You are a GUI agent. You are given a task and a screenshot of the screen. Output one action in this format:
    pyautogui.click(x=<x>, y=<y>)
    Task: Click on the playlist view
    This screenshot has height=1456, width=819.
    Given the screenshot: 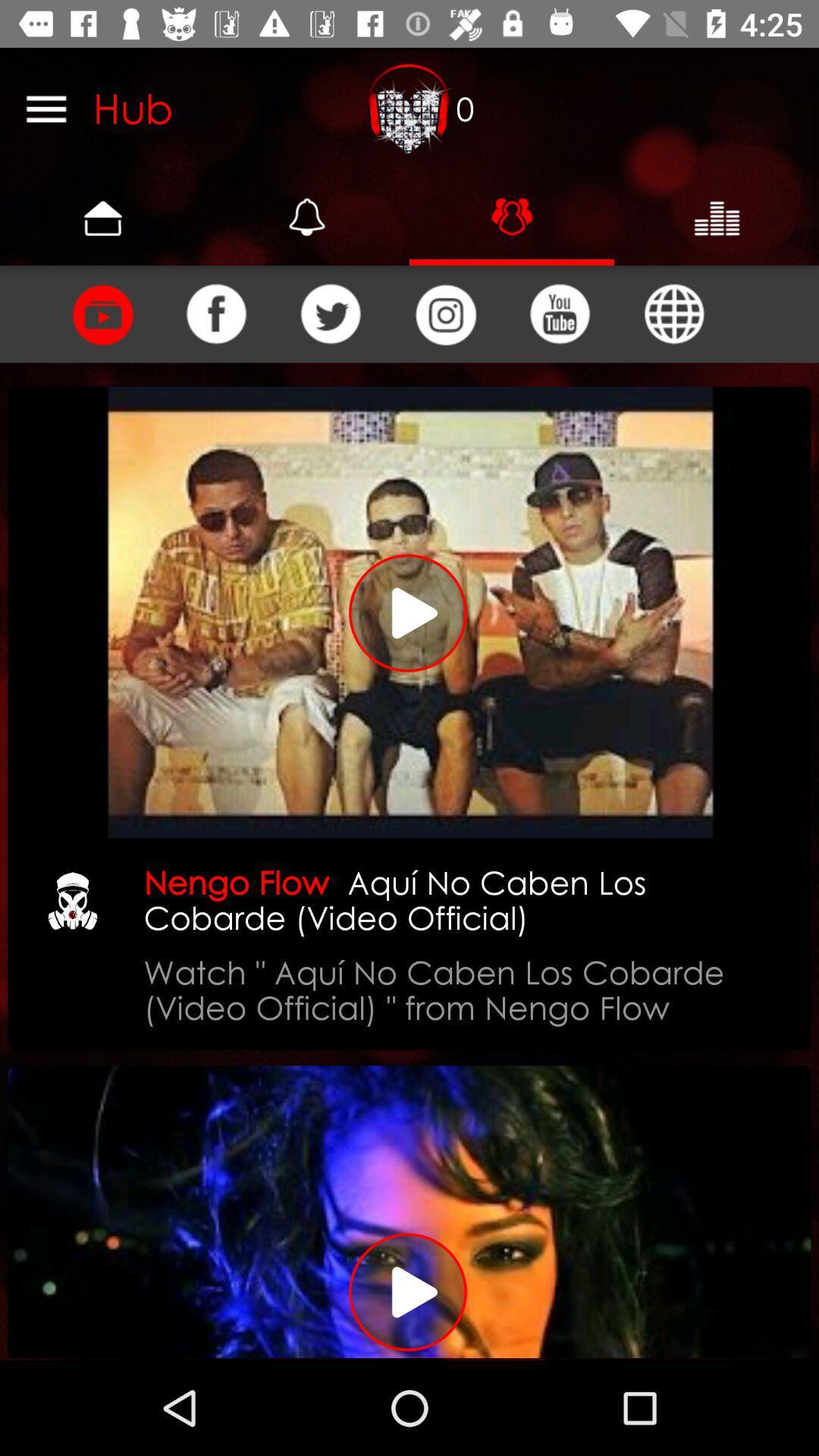 What is the action you would take?
    pyautogui.click(x=102, y=313)
    